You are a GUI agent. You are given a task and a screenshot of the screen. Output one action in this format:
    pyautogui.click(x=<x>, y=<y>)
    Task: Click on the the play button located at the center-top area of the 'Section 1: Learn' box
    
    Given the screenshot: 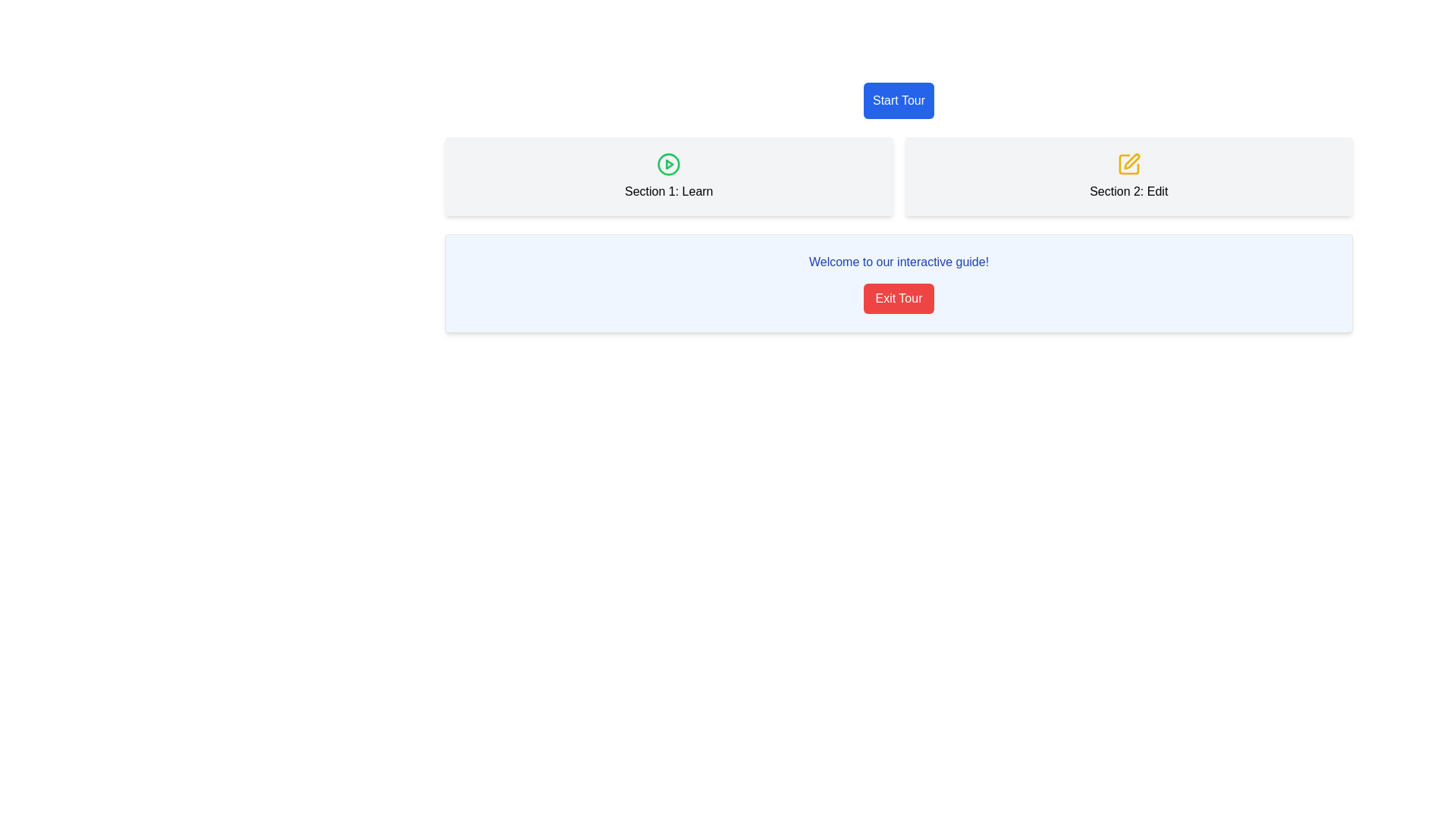 What is the action you would take?
    pyautogui.click(x=668, y=164)
    